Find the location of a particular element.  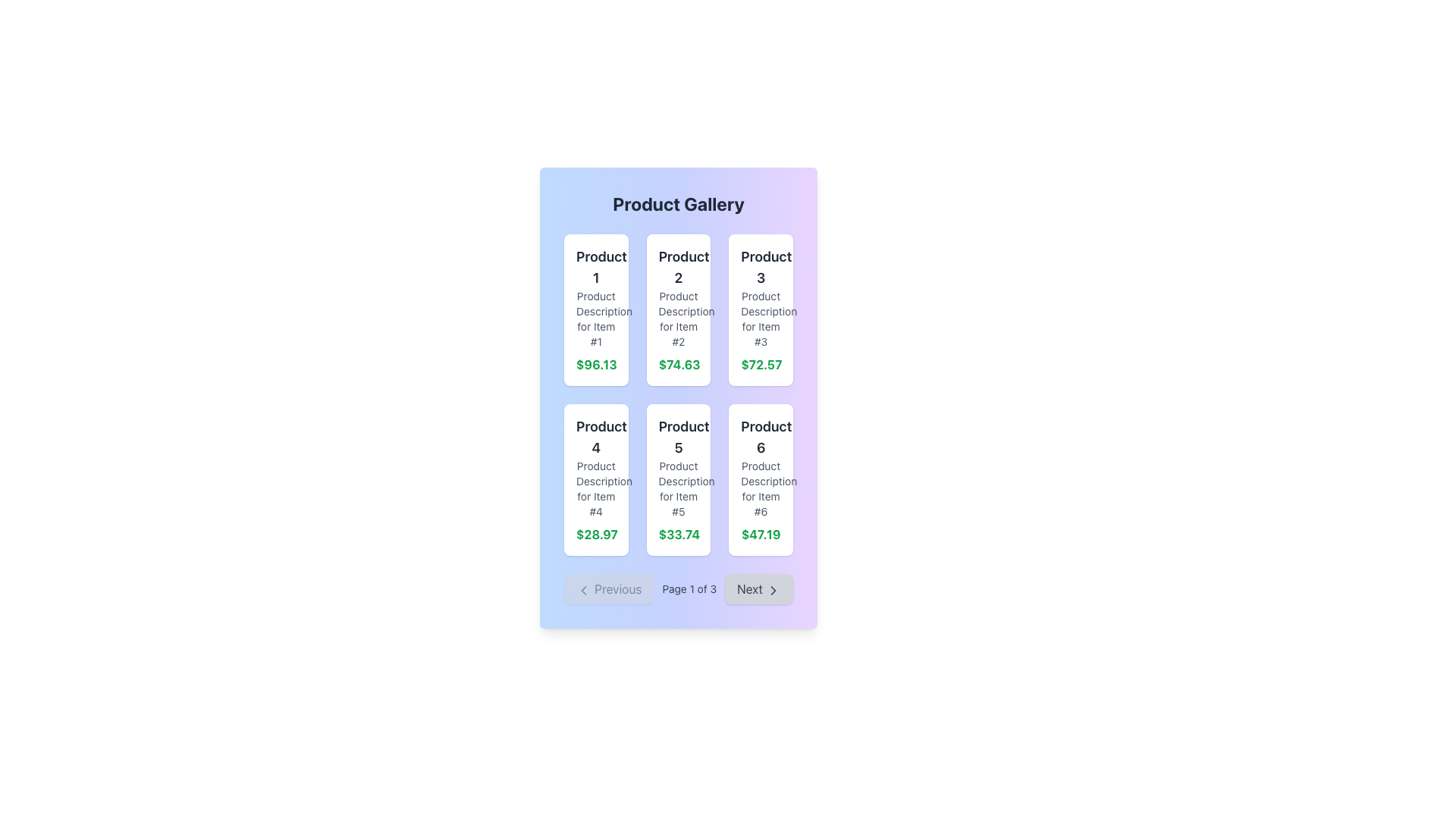

the text element providing additional details about 'Product 1', positioned below the title and above the price is located at coordinates (595, 318).